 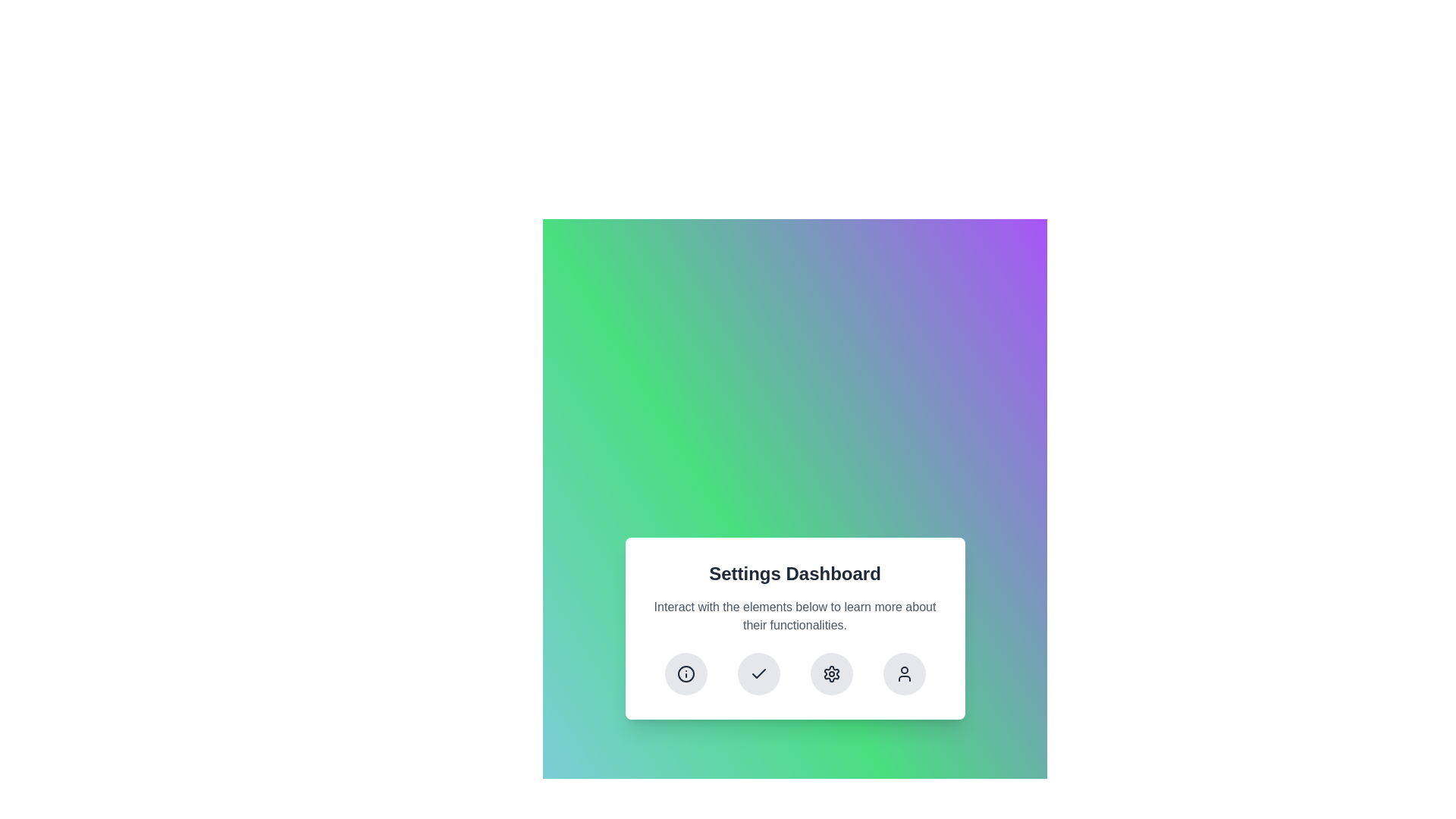 I want to click on the user profile silhouette icon, which is the fourth icon in the horizontal set at the bottom of the 'Settings Dashboard' card, so click(x=904, y=673).